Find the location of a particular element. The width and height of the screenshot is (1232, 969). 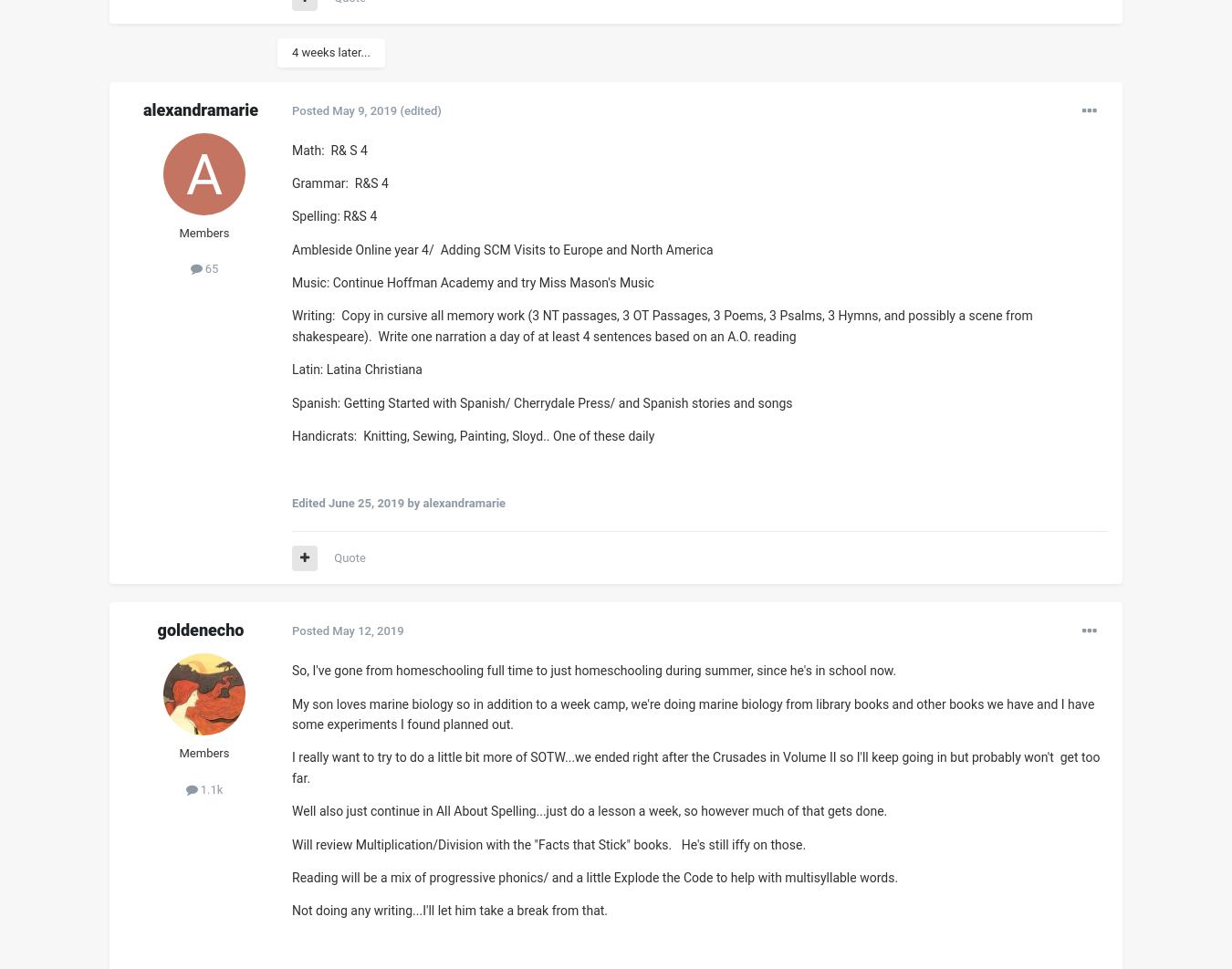

'Music: Continue Hoffman Academy and try Miss Mason's Music' is located at coordinates (471, 281).